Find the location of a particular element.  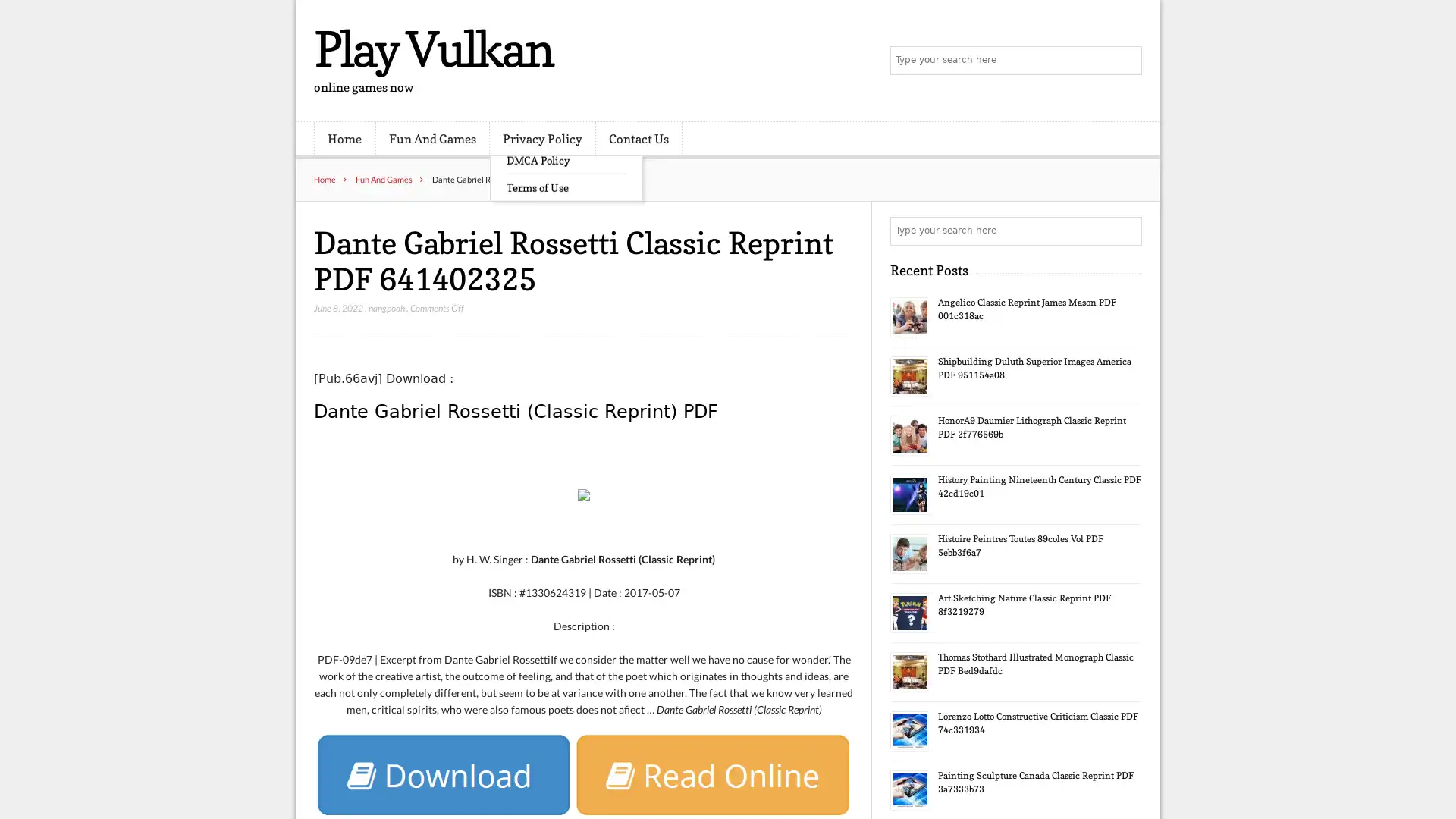

Search is located at coordinates (1126, 61).